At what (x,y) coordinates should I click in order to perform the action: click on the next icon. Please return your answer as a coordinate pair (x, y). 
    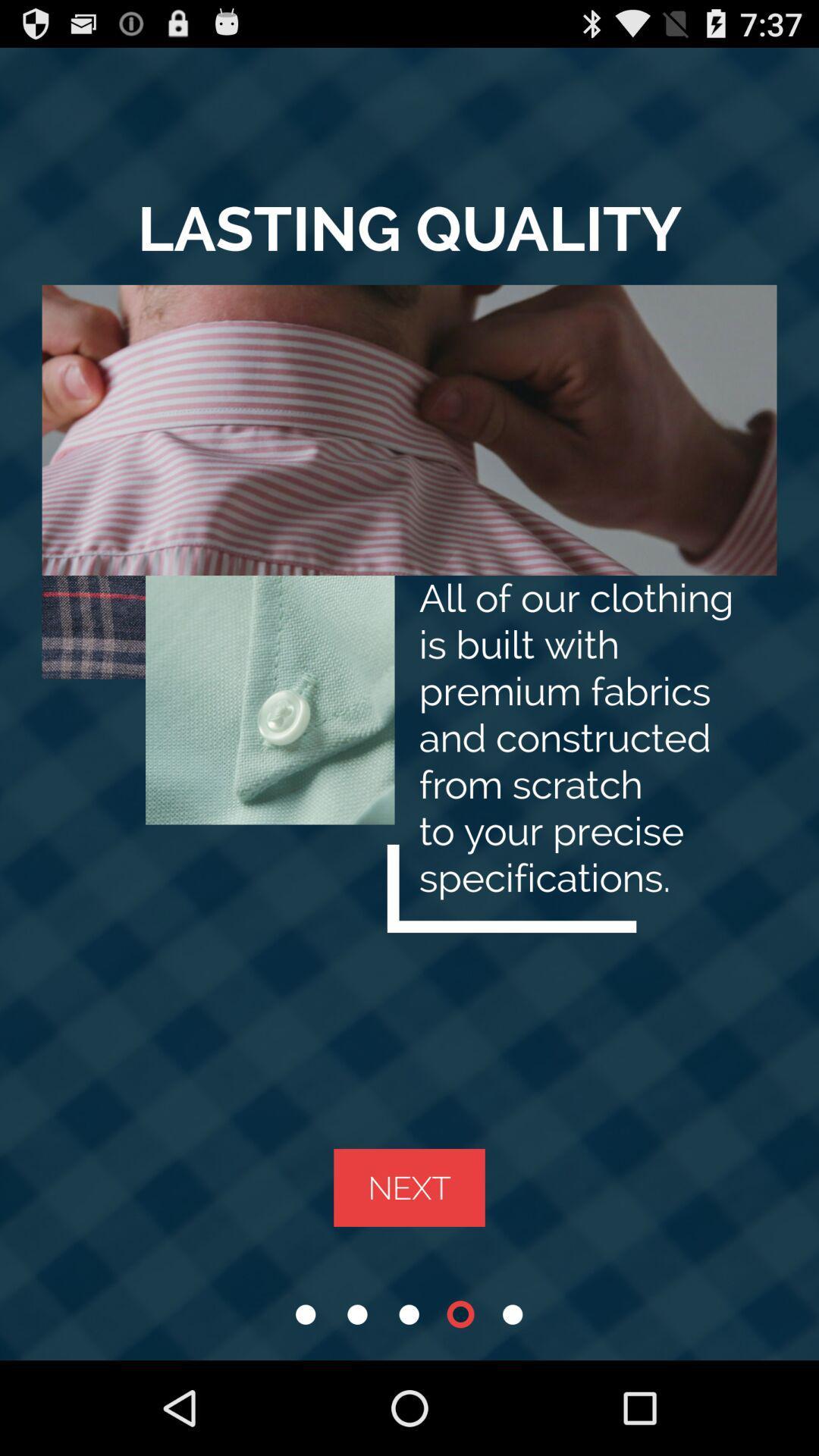
    Looking at the image, I should click on (409, 1187).